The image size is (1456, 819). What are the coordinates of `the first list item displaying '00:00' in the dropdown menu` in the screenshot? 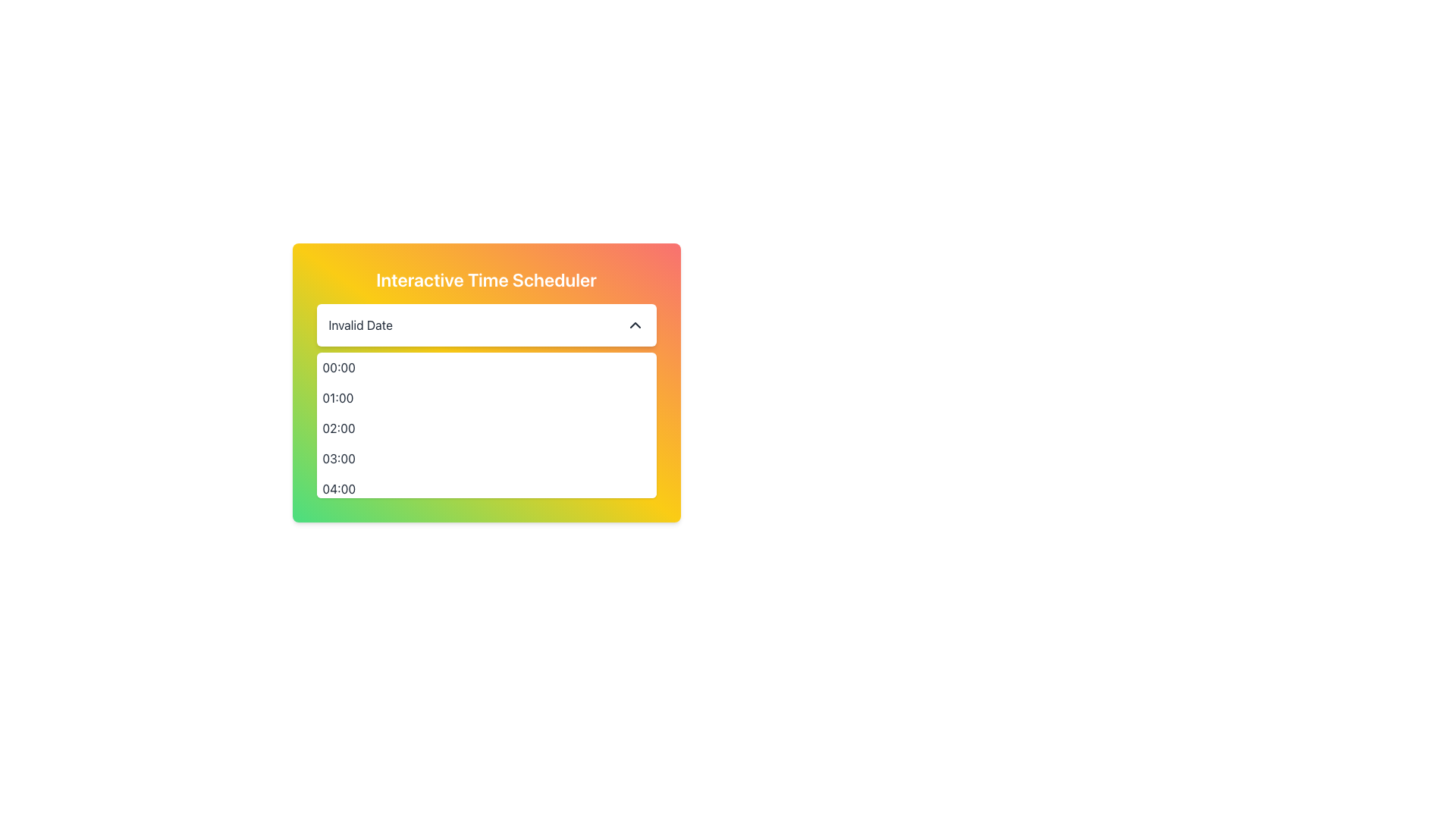 It's located at (486, 368).